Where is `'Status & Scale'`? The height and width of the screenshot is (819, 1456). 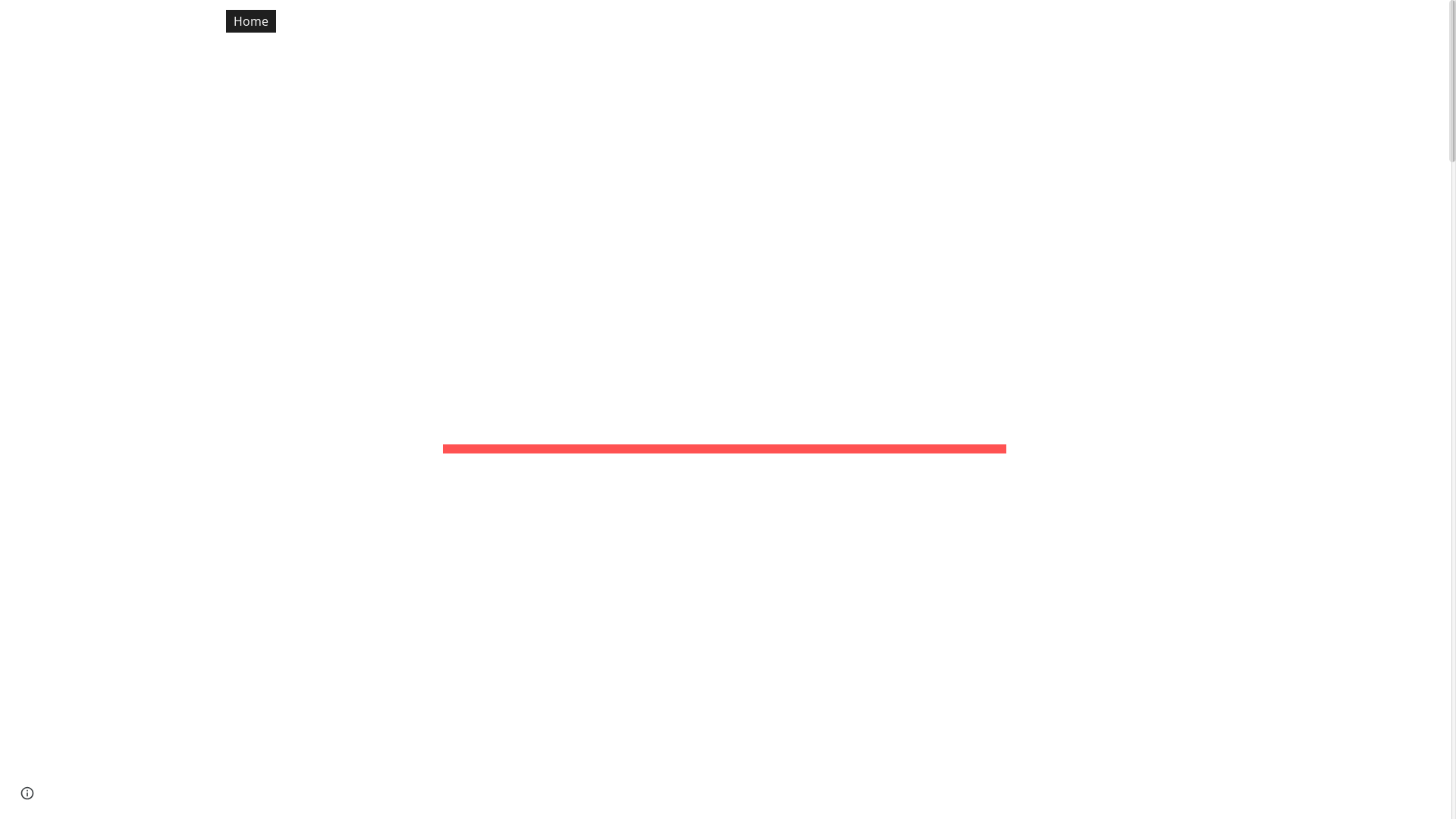 'Status & Scale' is located at coordinates (334, 20).